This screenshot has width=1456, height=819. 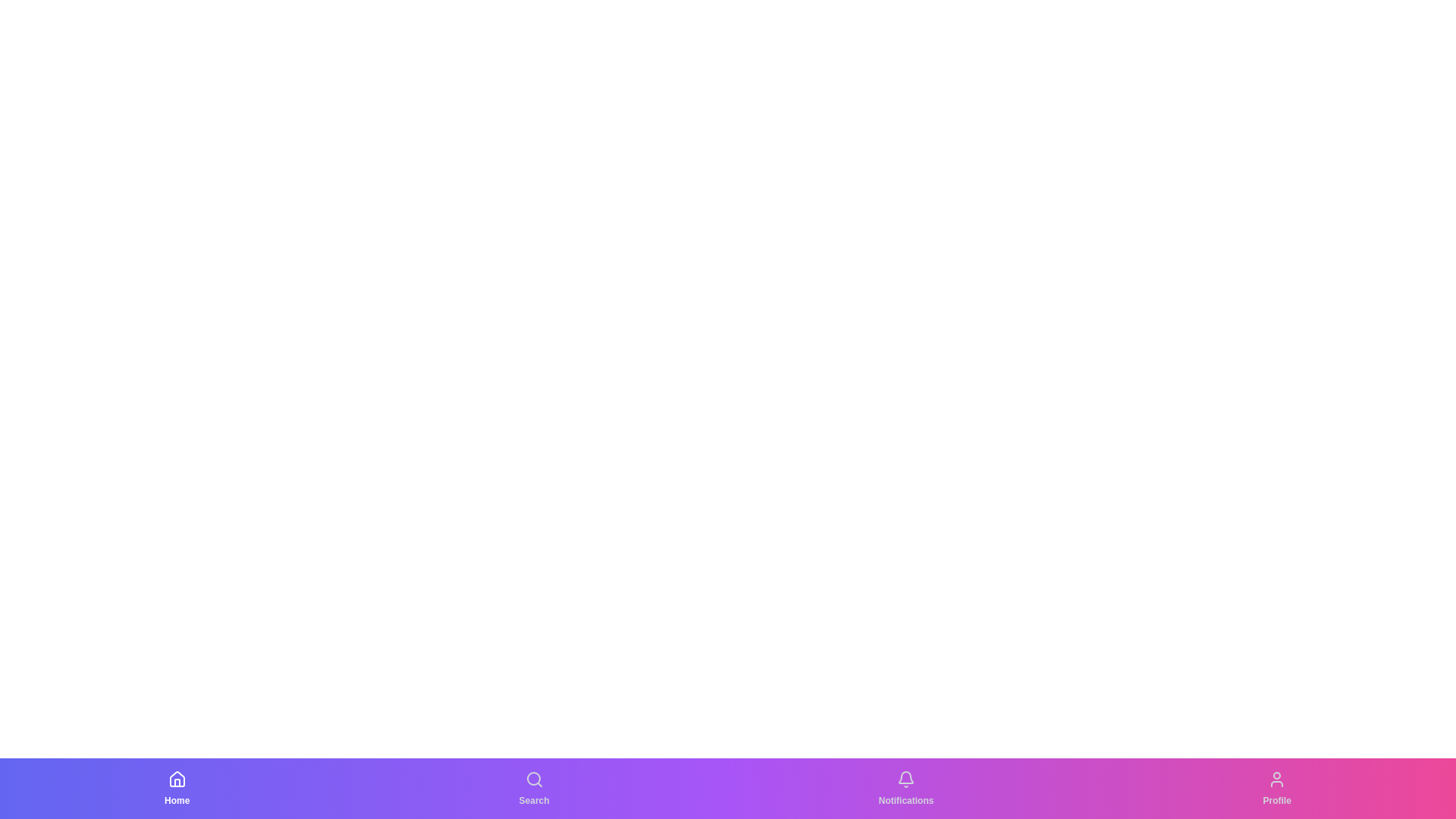 I want to click on the tab labeled Home to view its tooltip, so click(x=177, y=788).